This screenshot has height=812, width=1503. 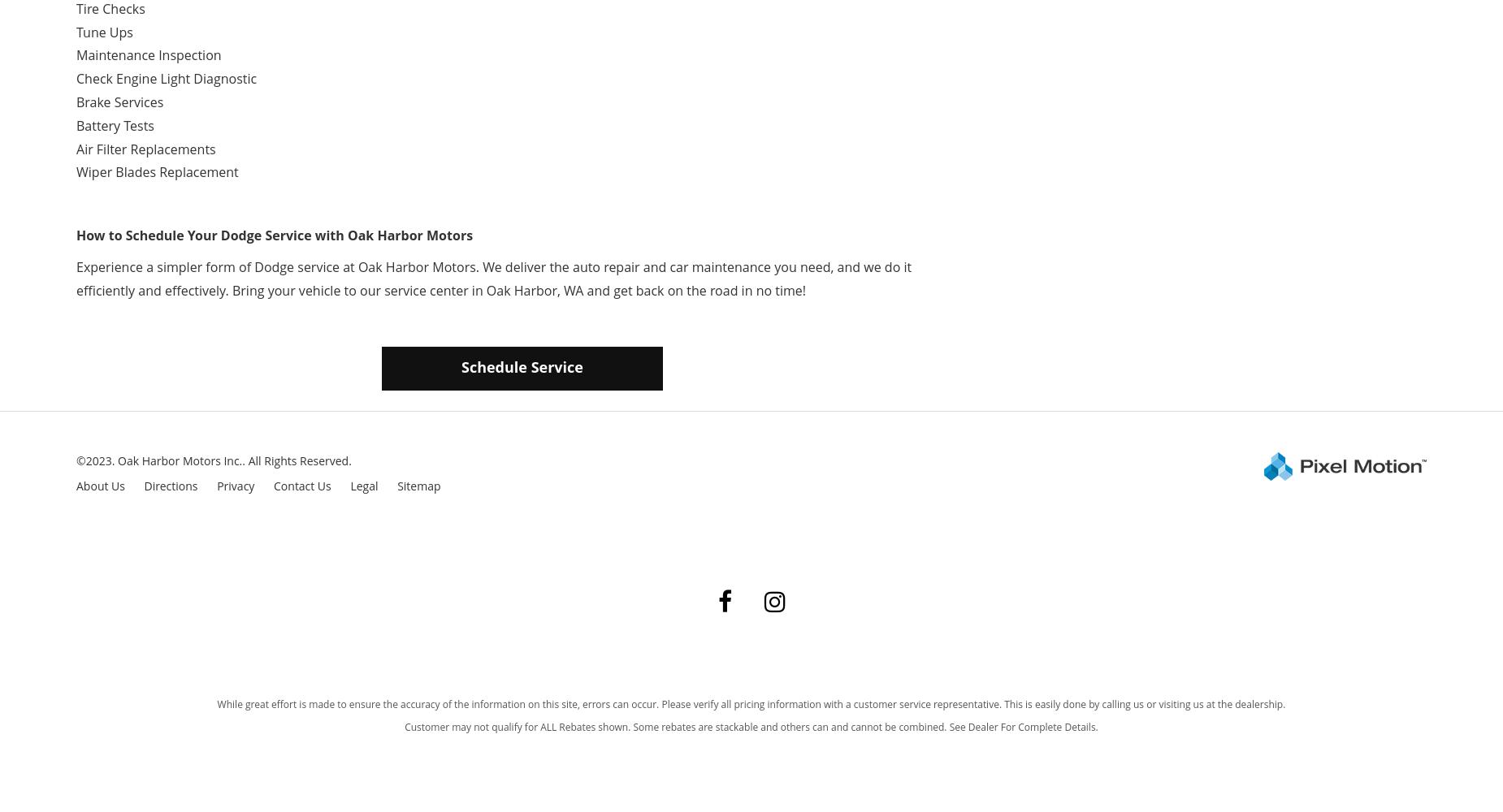 I want to click on 'All Rights Reserved.', so click(x=247, y=460).